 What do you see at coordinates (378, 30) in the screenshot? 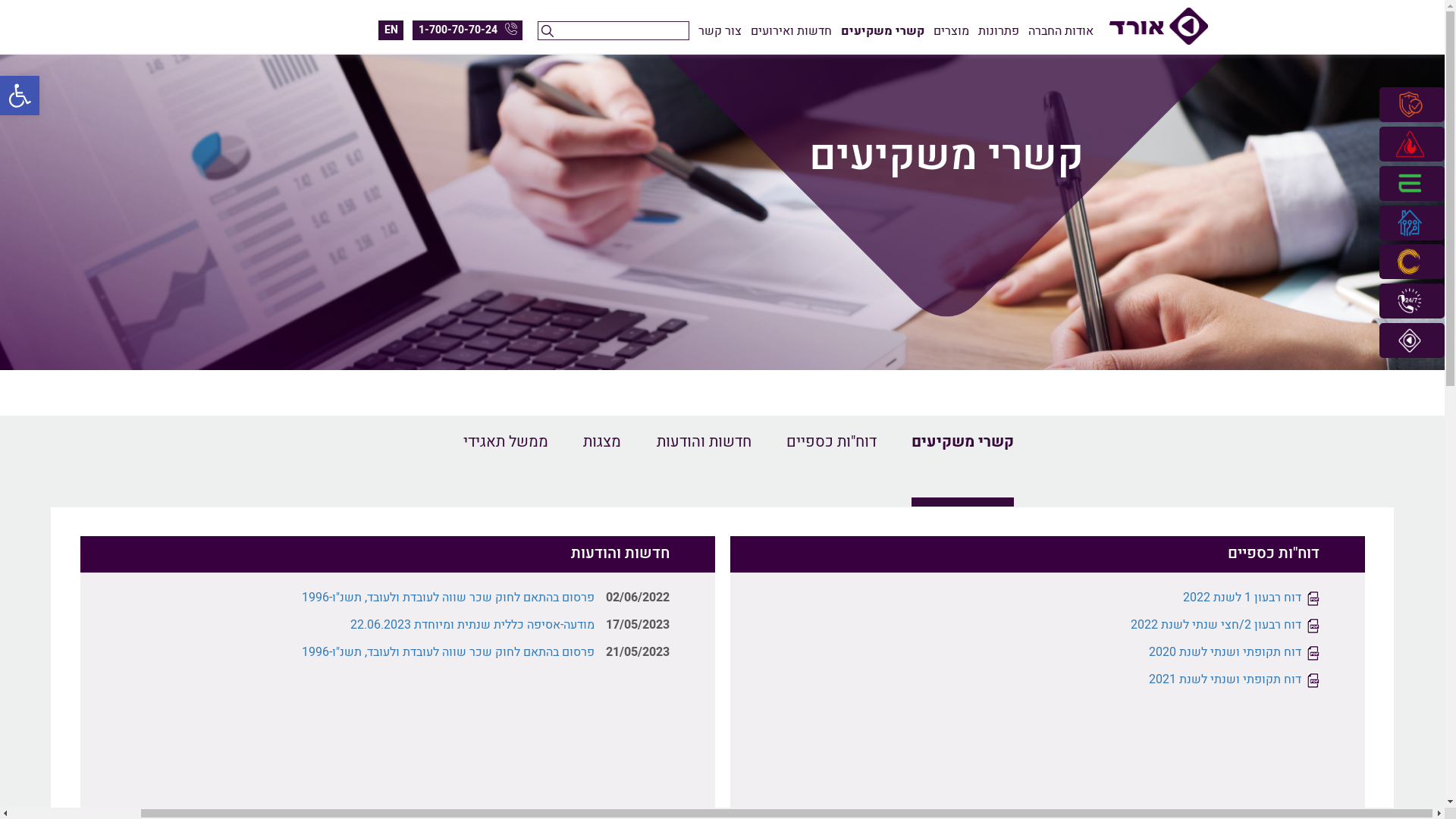
I see `'EN'` at bounding box center [378, 30].